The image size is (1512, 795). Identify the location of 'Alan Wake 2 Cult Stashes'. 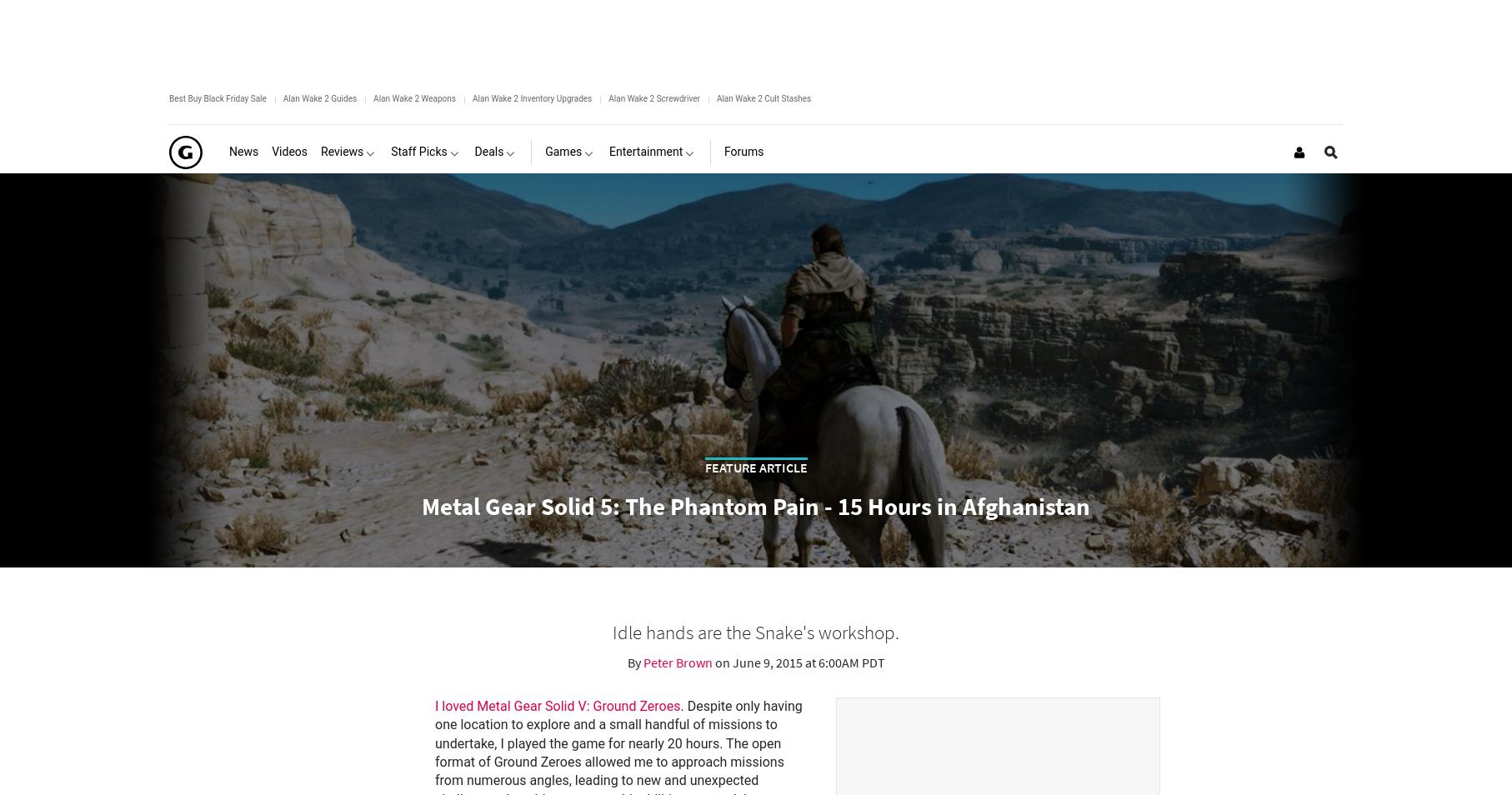
(764, 97).